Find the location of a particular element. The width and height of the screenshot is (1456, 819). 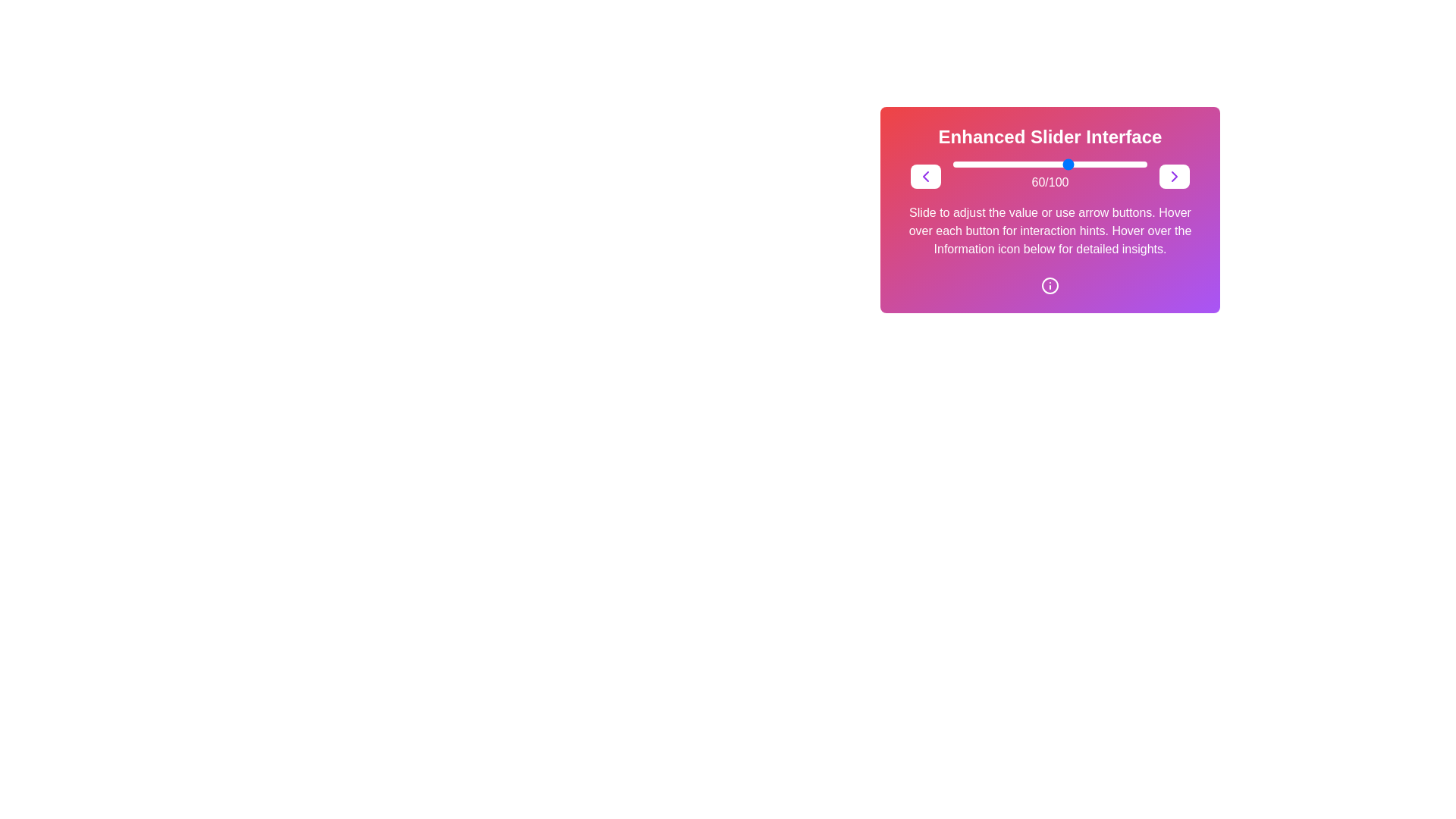

the slider is located at coordinates (1100, 164).